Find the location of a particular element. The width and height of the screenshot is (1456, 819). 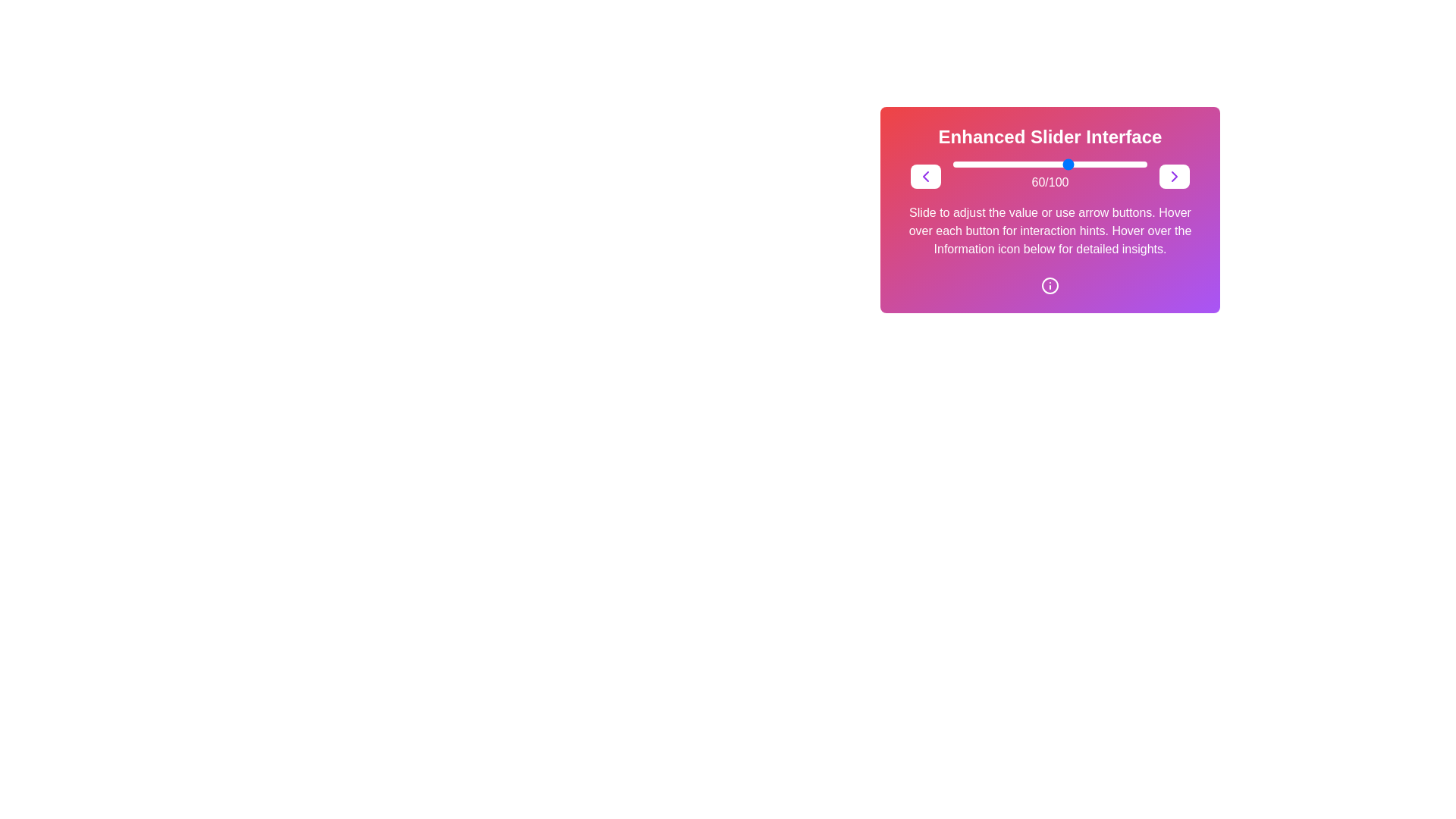

the slider is located at coordinates (1100, 164).